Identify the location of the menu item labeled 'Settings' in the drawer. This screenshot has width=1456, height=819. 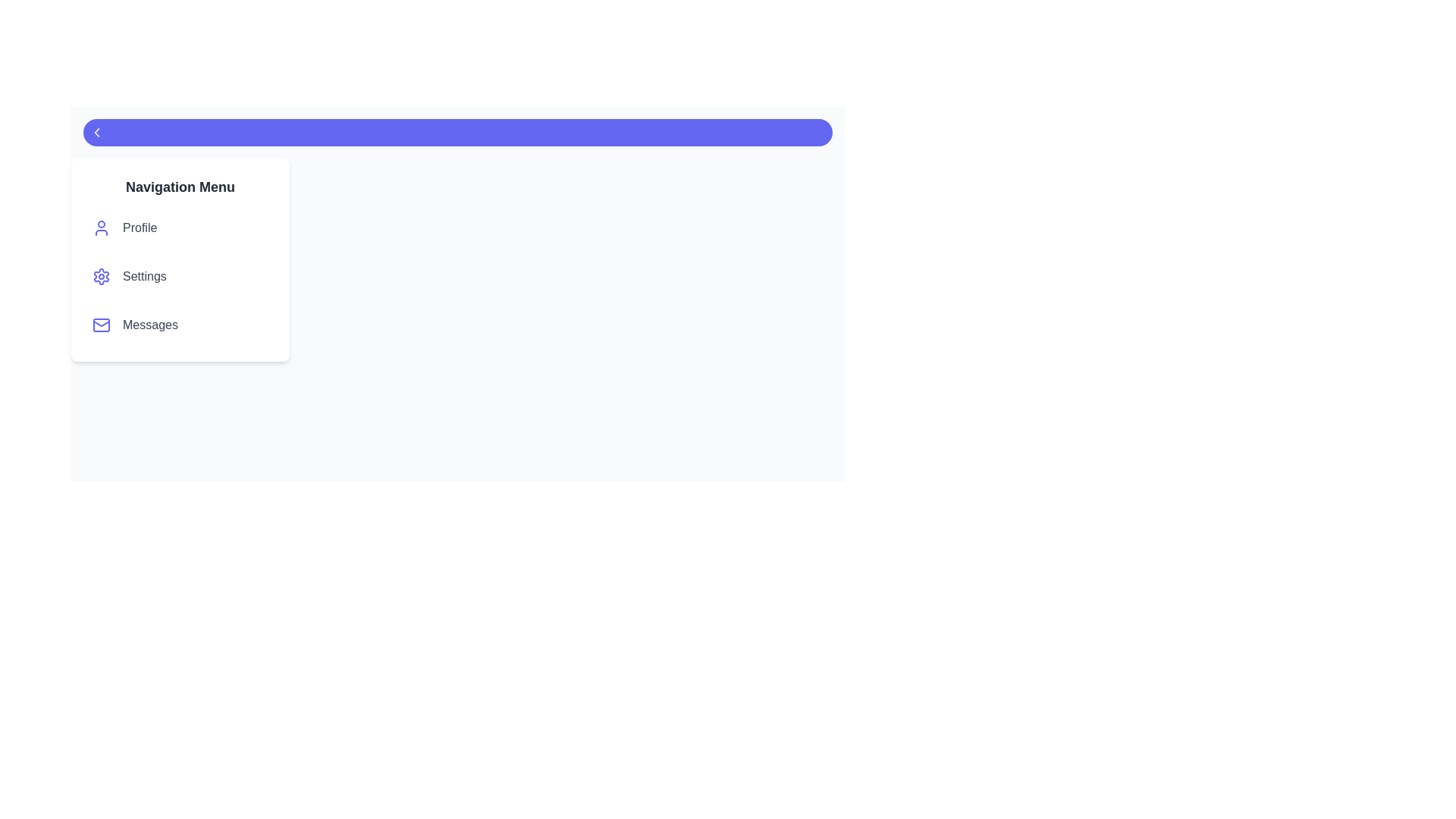
(180, 277).